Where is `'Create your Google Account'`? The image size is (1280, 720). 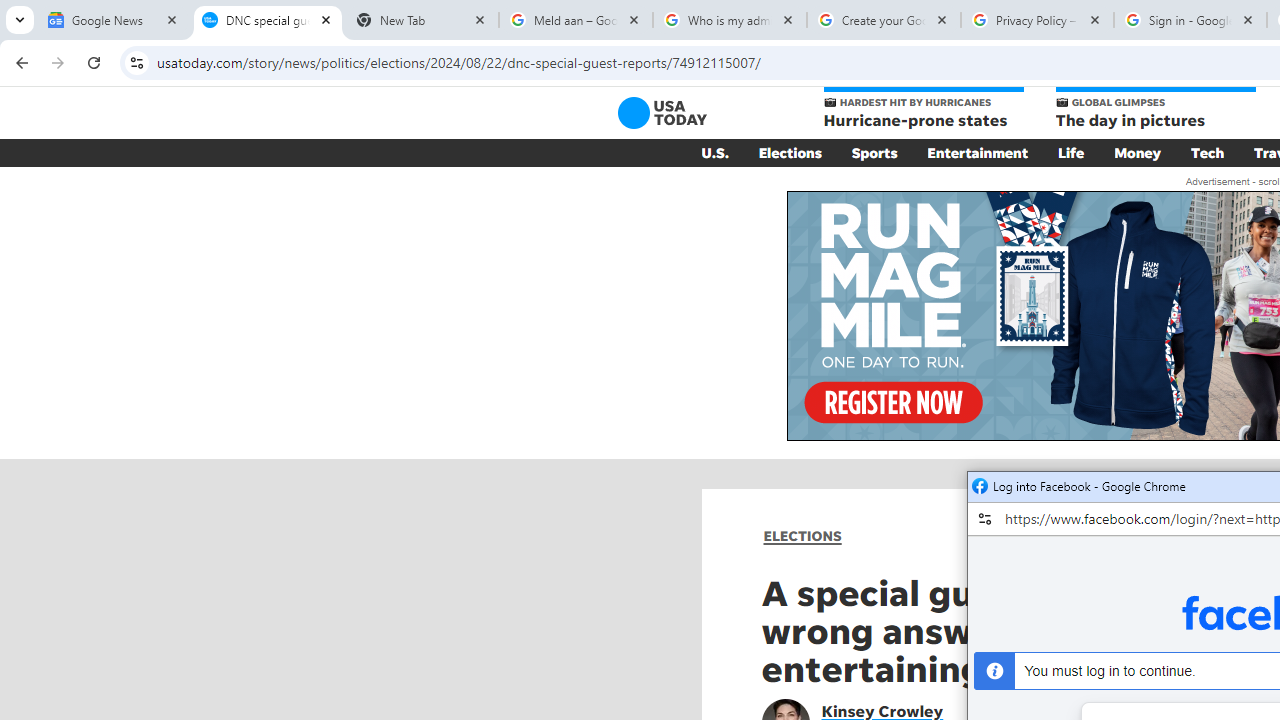
'Create your Google Account' is located at coordinates (882, 20).